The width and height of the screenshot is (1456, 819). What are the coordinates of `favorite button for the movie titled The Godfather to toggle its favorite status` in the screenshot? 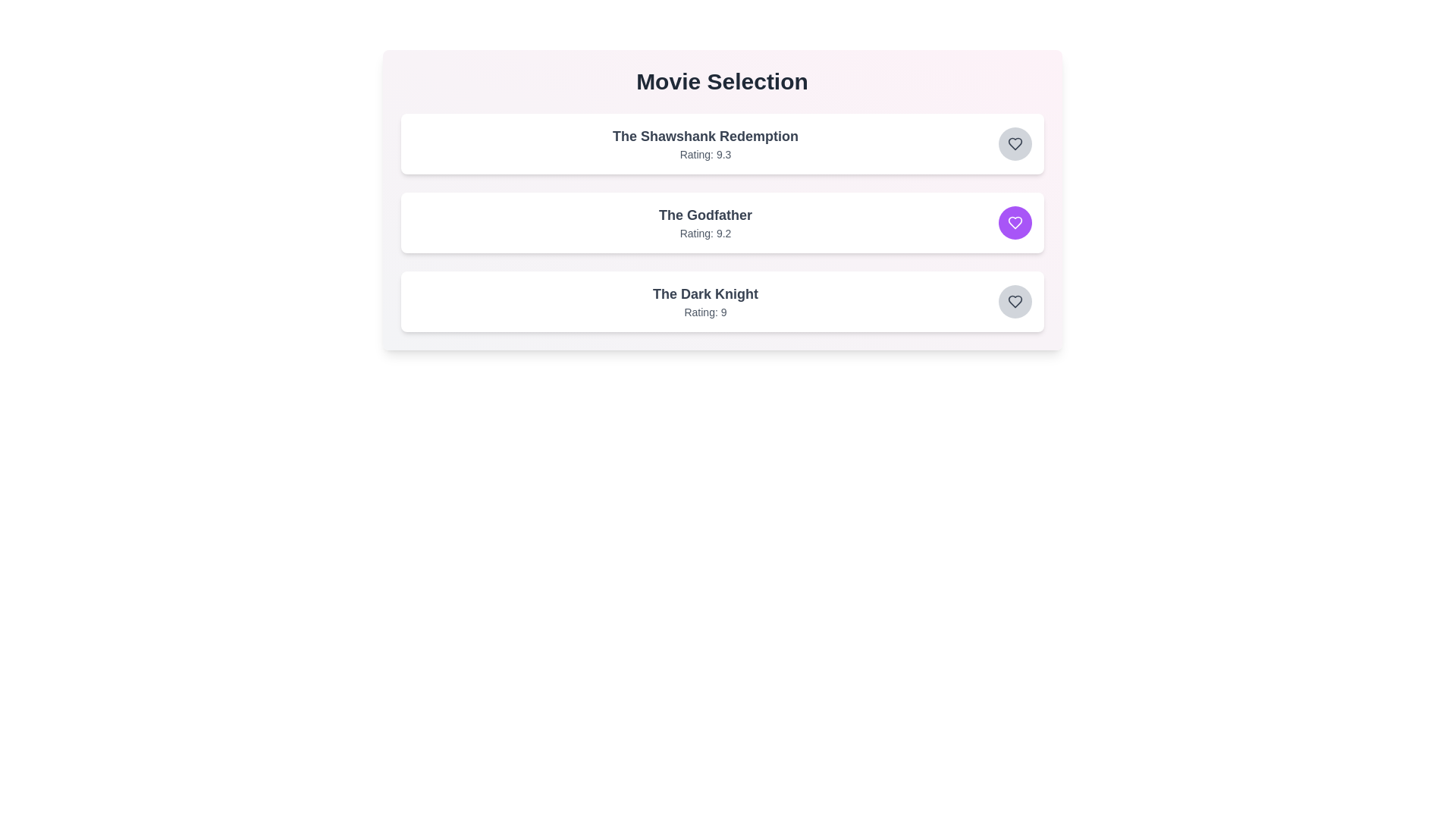 It's located at (1015, 222).